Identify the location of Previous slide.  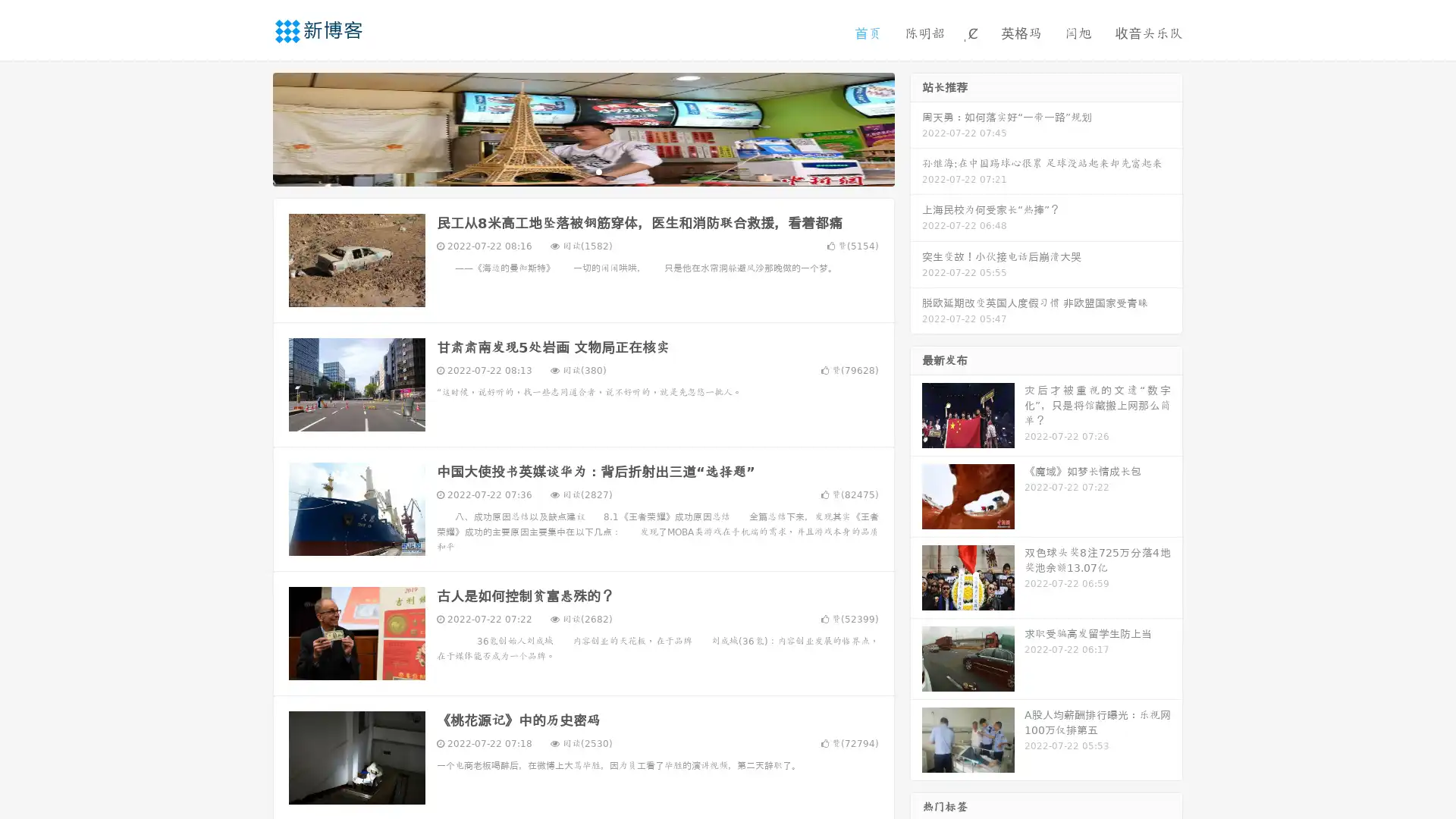
(250, 127).